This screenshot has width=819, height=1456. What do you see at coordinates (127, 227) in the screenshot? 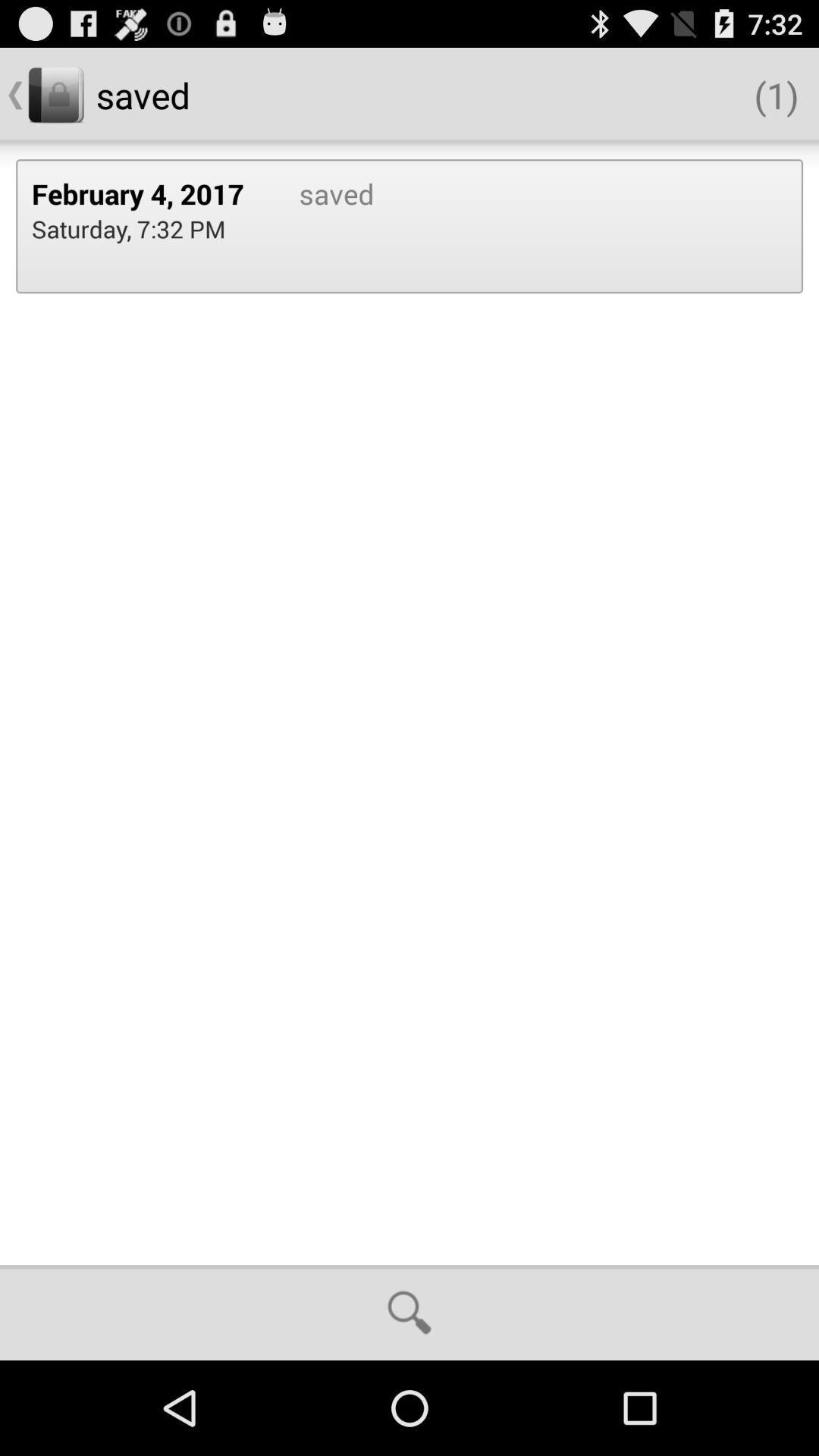
I see `the item below february 4, 2017 item` at bounding box center [127, 227].